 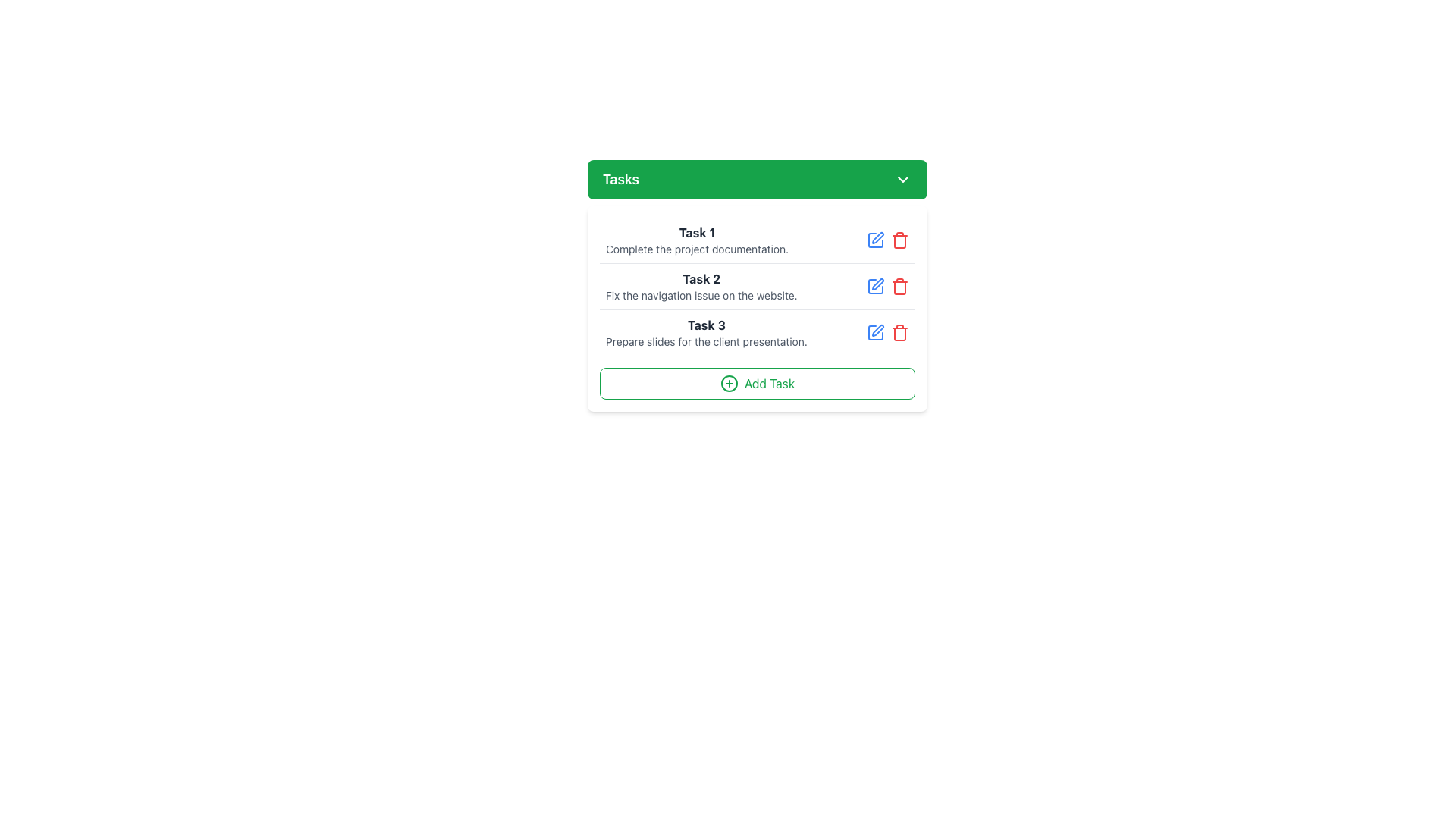 What do you see at coordinates (705, 342) in the screenshot?
I see `the description text element located in the 'Task 3' section, which is positioned directly below the 'Task 3' title and above the editing and deleting icons` at bounding box center [705, 342].